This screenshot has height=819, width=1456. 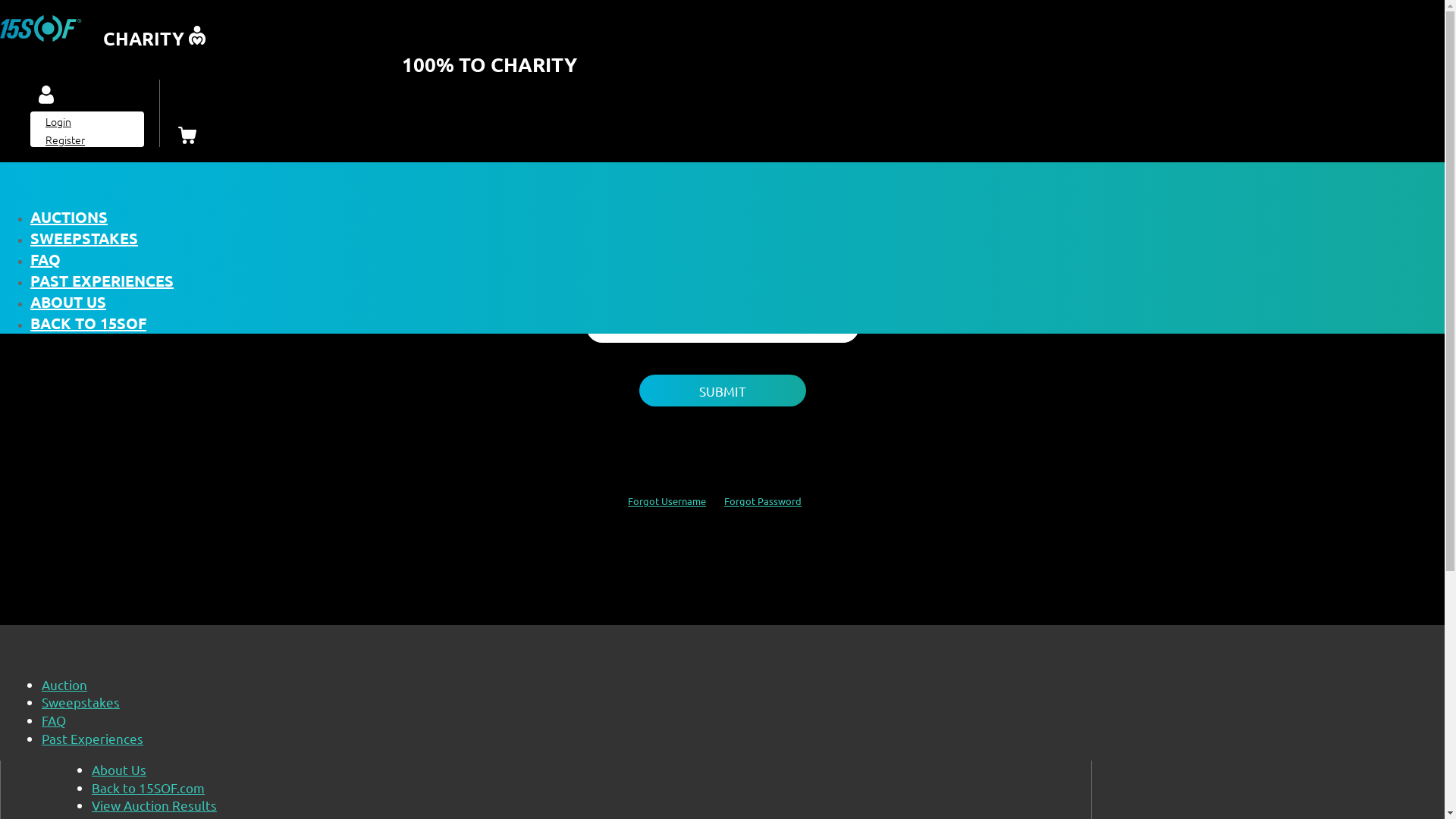 I want to click on 'About Us', so click(x=118, y=769).